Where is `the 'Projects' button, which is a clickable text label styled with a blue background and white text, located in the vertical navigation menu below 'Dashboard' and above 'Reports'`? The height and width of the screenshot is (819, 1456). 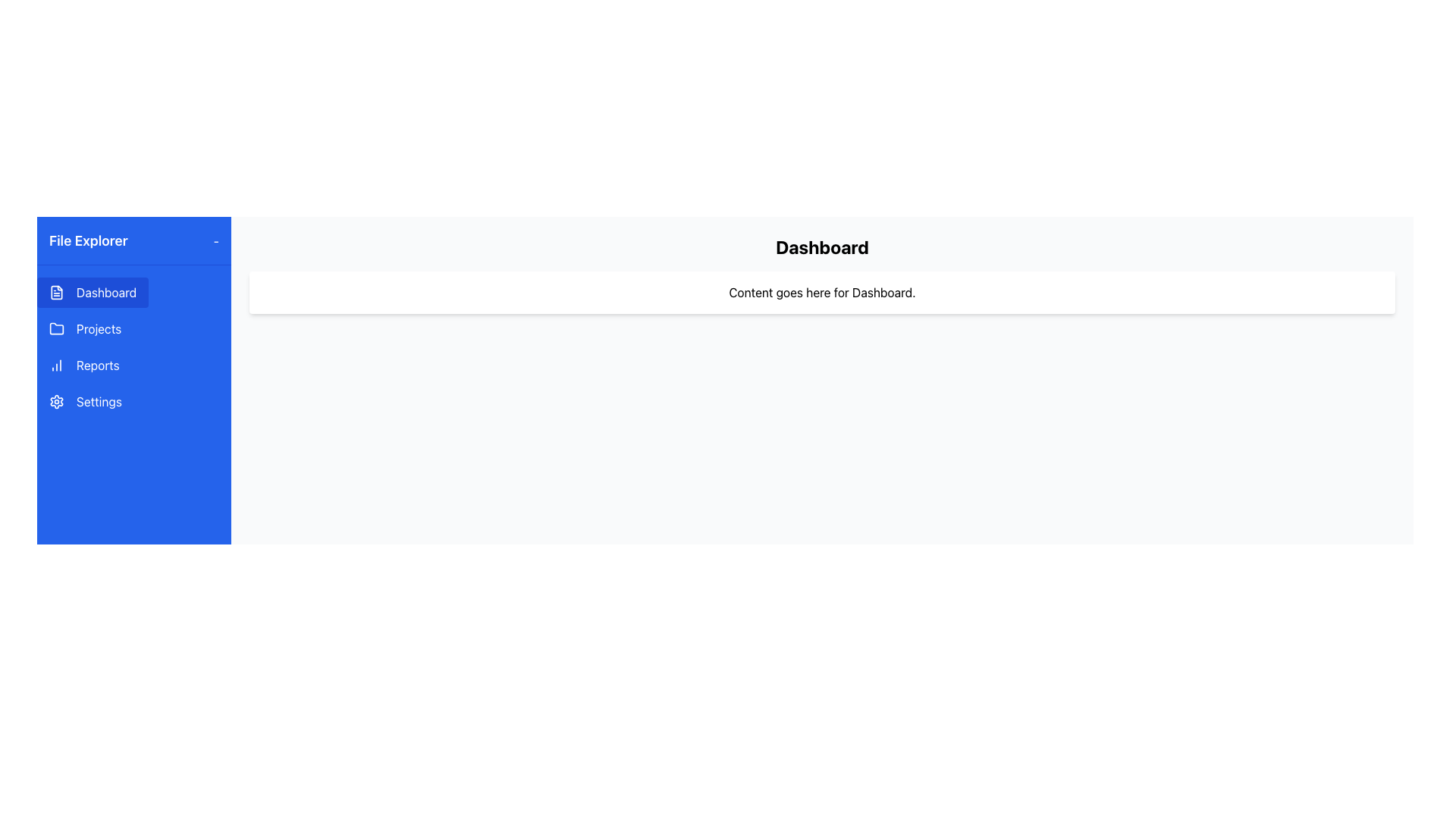
the 'Projects' button, which is a clickable text label styled with a blue background and white text, located in the vertical navigation menu below 'Dashboard' and above 'Reports' is located at coordinates (84, 328).